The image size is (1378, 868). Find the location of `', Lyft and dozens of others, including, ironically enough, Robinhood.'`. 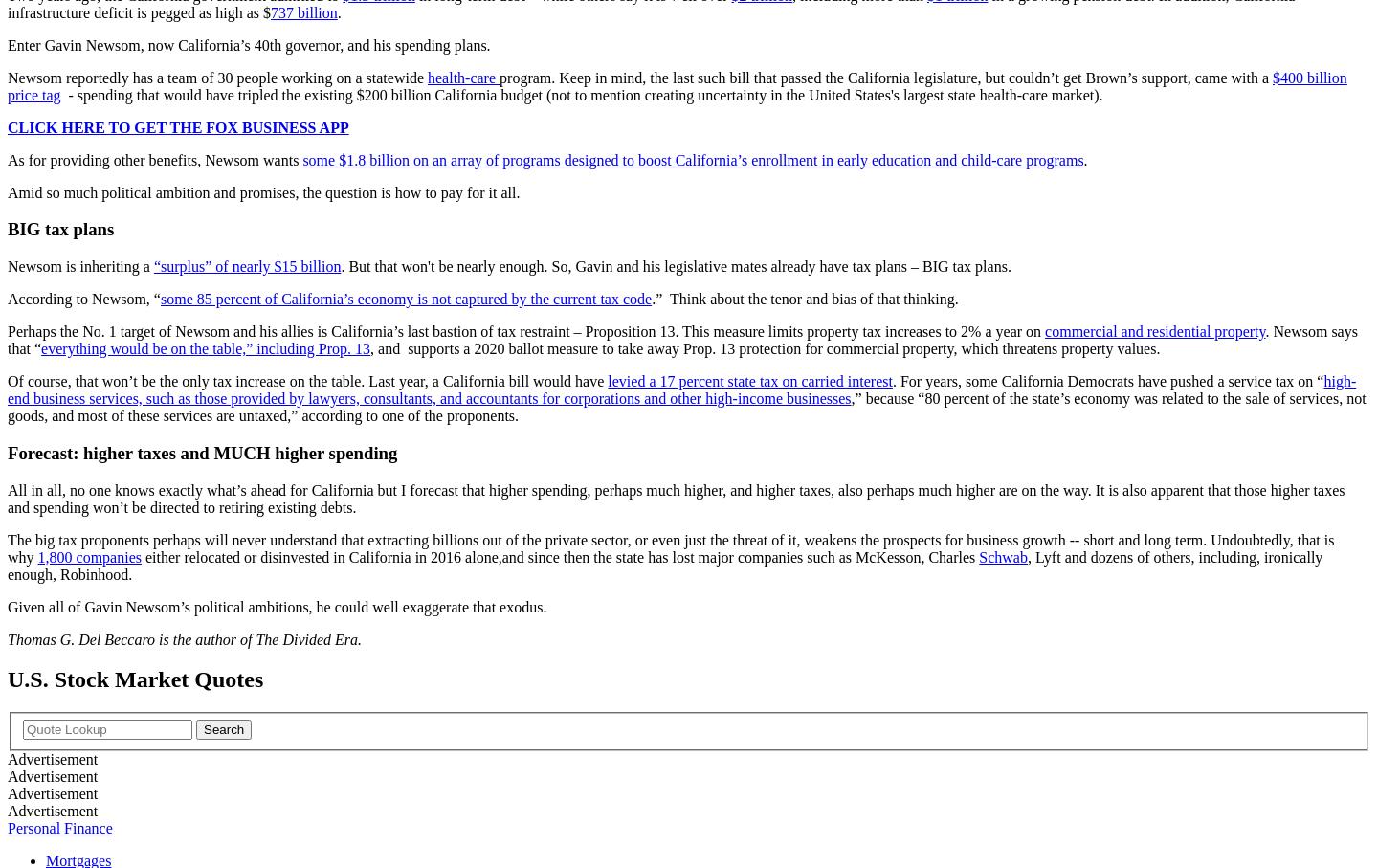

', Lyft and dozens of others, including, ironically enough, Robinhood.' is located at coordinates (664, 564).